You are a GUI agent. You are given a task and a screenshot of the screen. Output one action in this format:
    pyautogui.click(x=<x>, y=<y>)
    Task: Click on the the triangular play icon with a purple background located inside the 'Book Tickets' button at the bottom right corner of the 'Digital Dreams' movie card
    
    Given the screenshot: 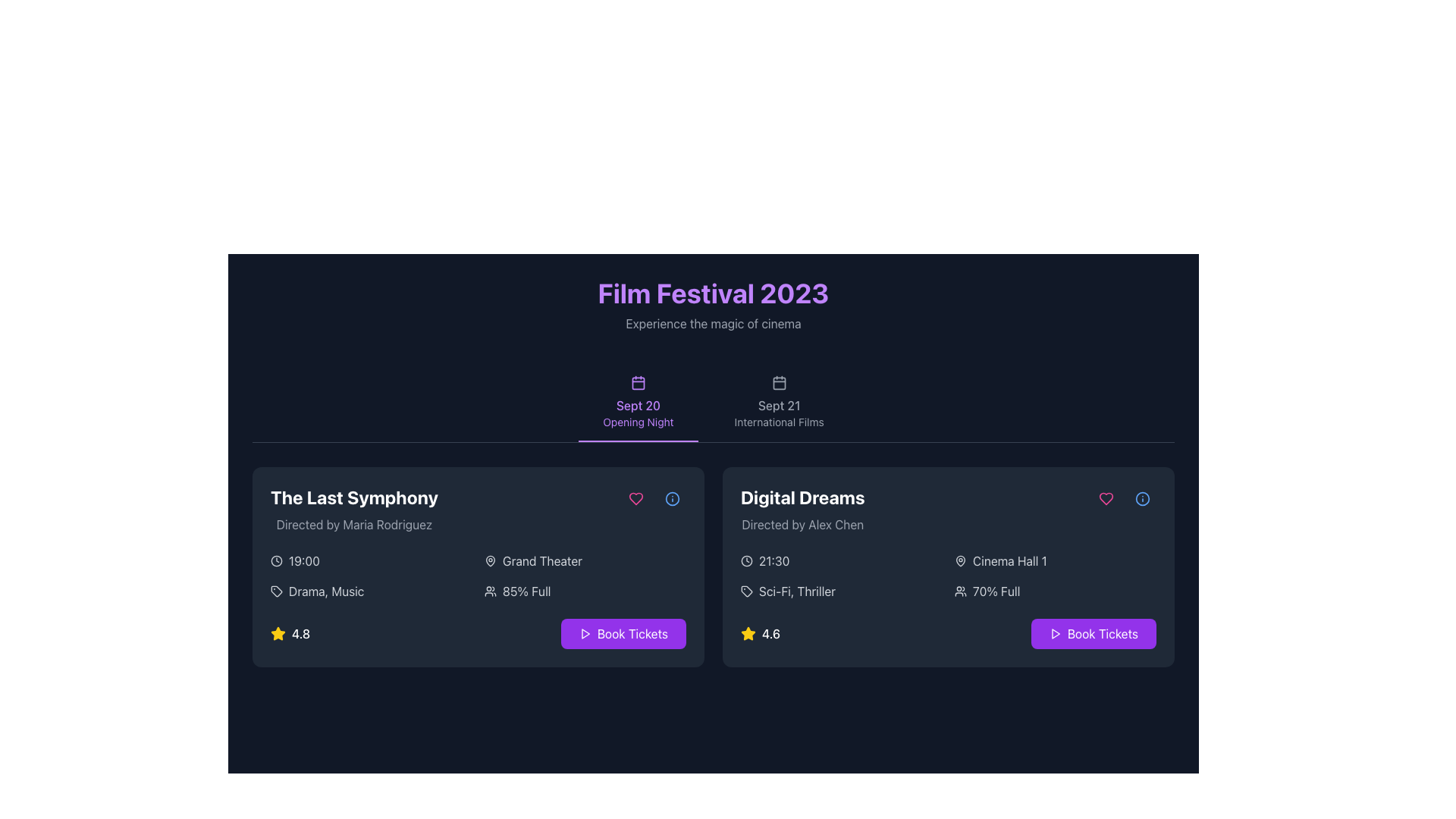 What is the action you would take?
    pyautogui.click(x=584, y=634)
    